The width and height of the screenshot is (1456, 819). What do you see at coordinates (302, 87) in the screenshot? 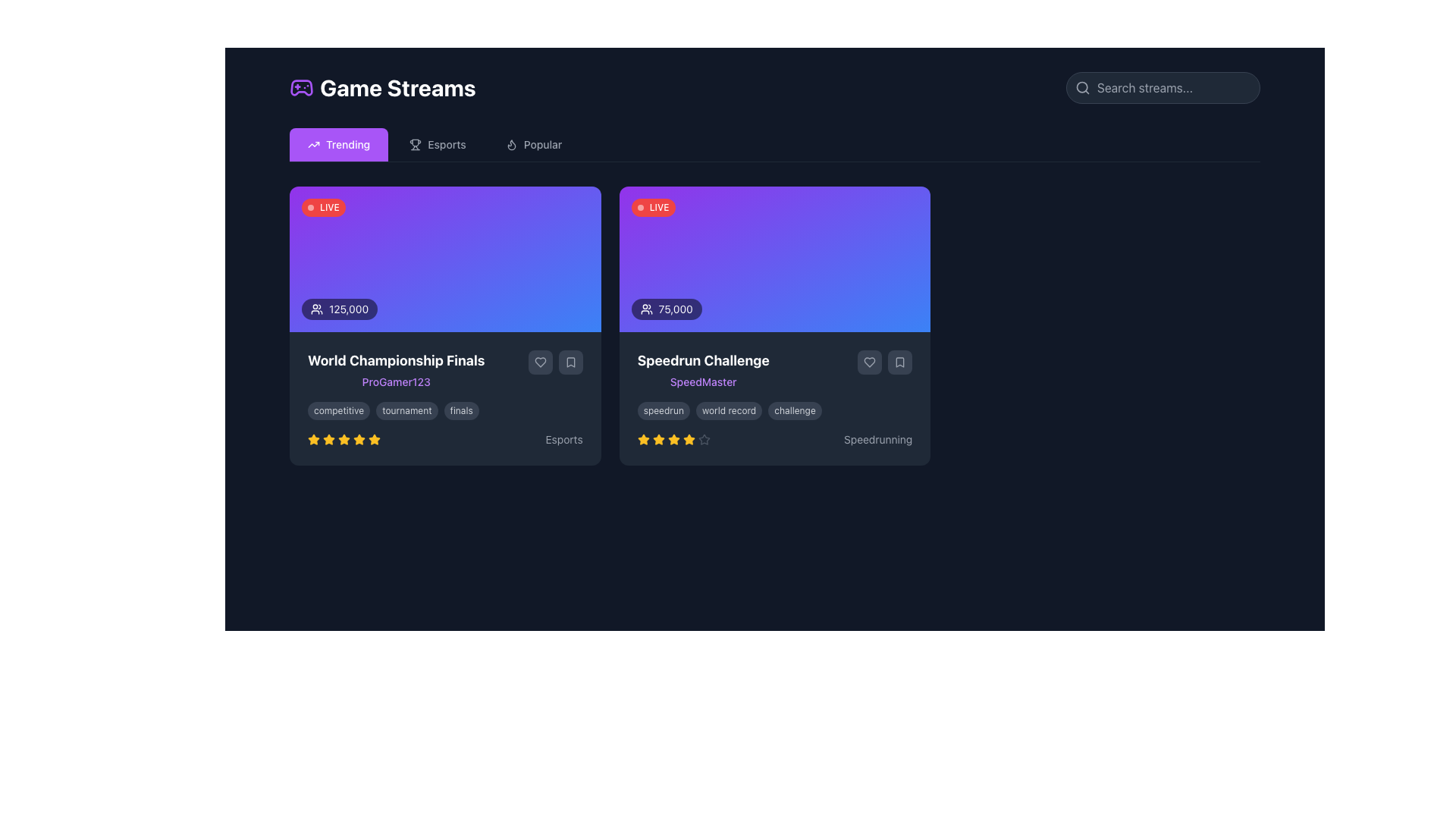
I see `the gamepad-shaped icon located in the top-left corner of the interface, adjacent to the 'Game Streams' heading` at bounding box center [302, 87].